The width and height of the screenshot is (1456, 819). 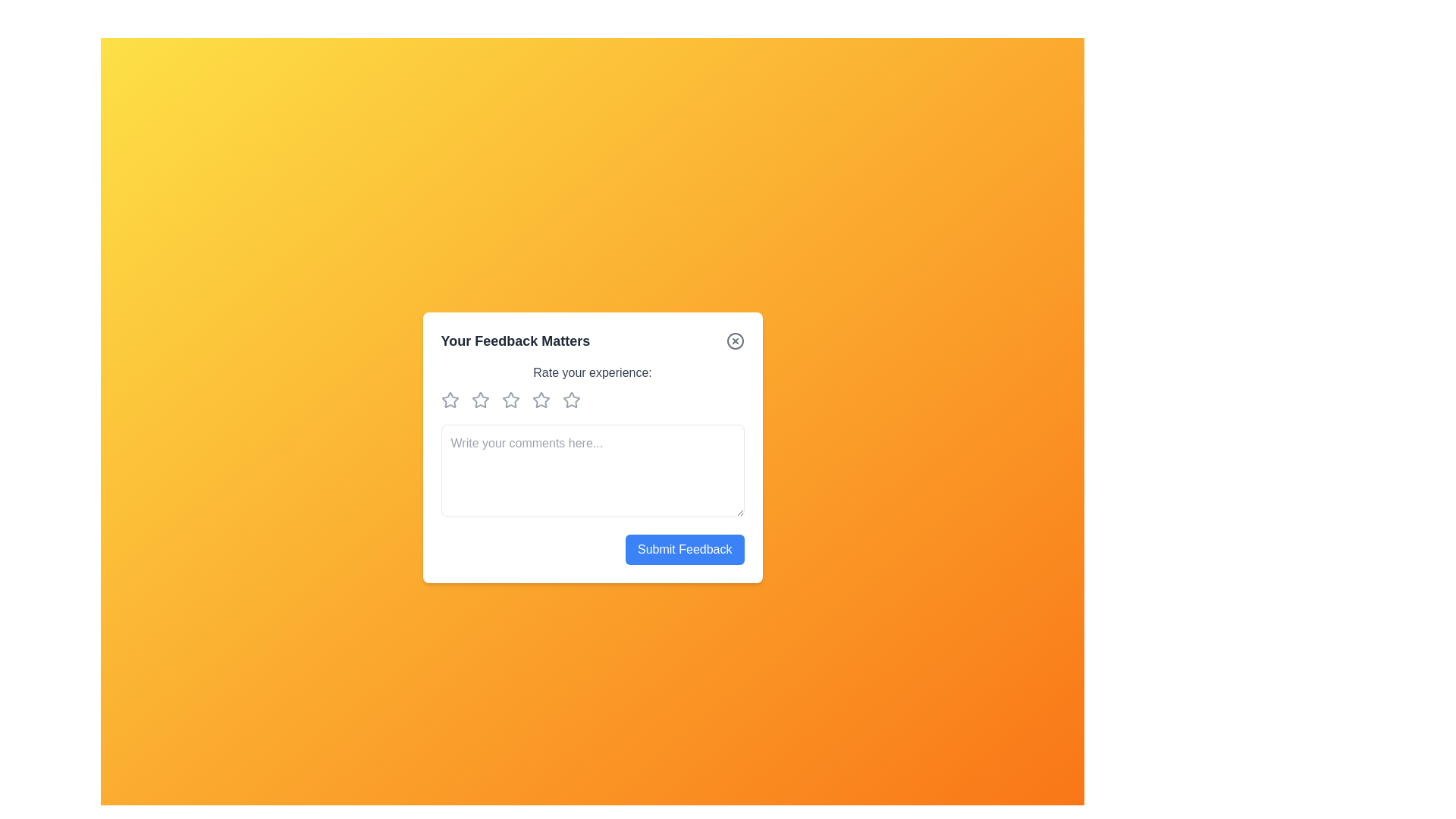 What do you see at coordinates (513, 399) in the screenshot?
I see `the rating to 3 stars by clicking on the corresponding star` at bounding box center [513, 399].